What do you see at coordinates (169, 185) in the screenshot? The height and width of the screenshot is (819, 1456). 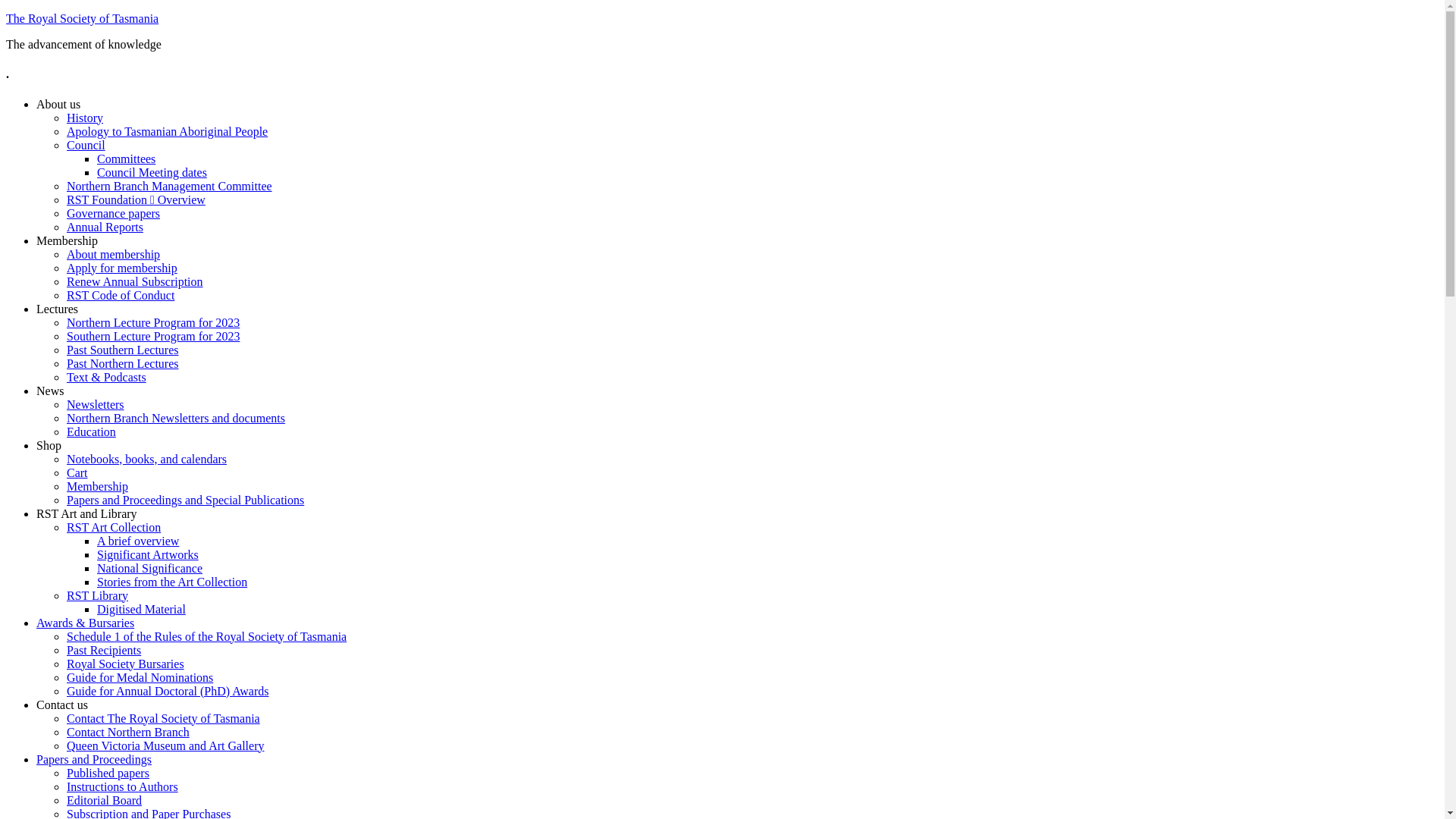 I see `'Northern Branch Management Committee'` at bounding box center [169, 185].